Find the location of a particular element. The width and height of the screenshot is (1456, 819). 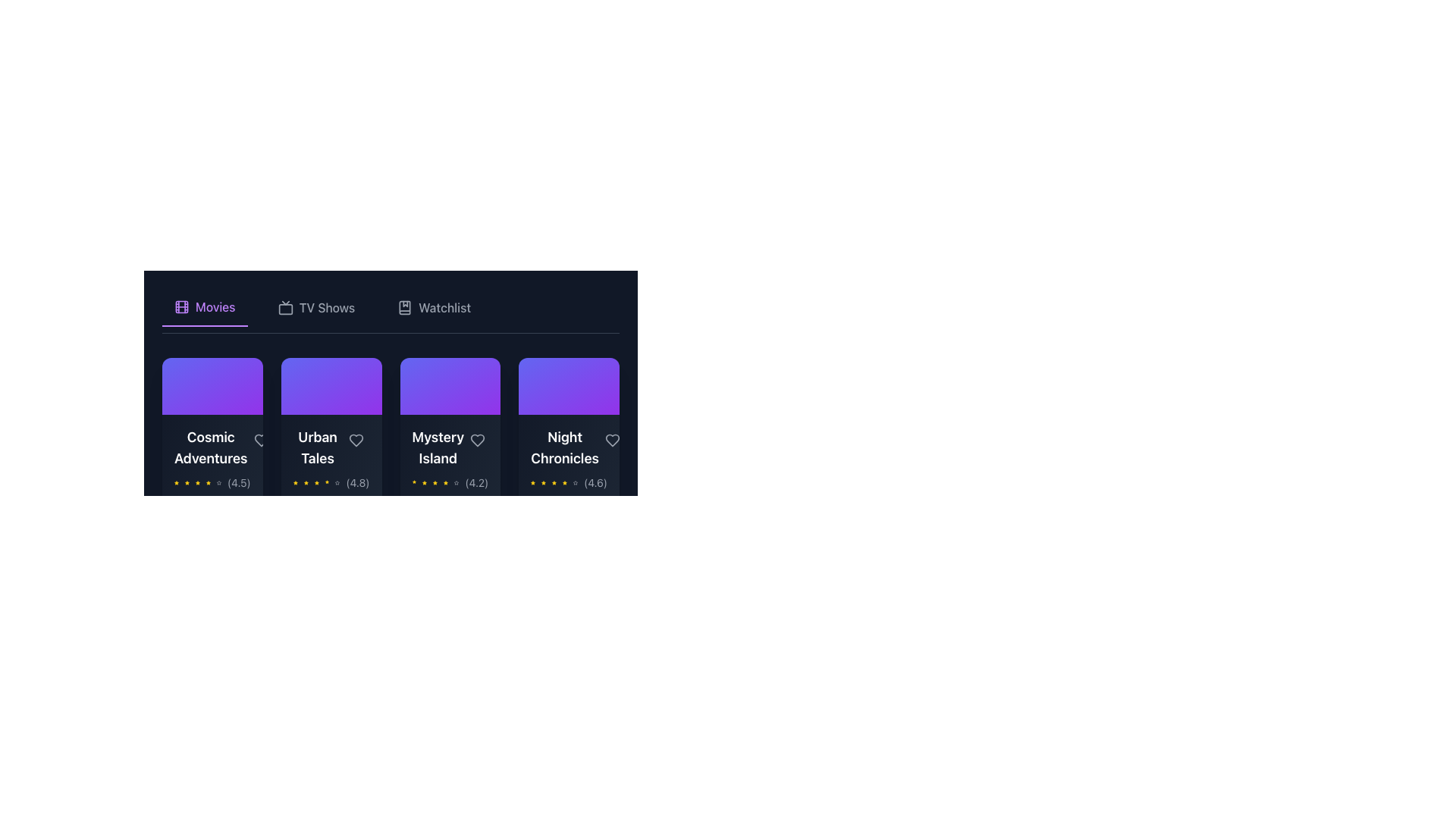

the visual state of the fifth yellow star icon, which represents a rating or favorite, located under the 'Night Chronicles' heading among a series of six stars is located at coordinates (564, 482).